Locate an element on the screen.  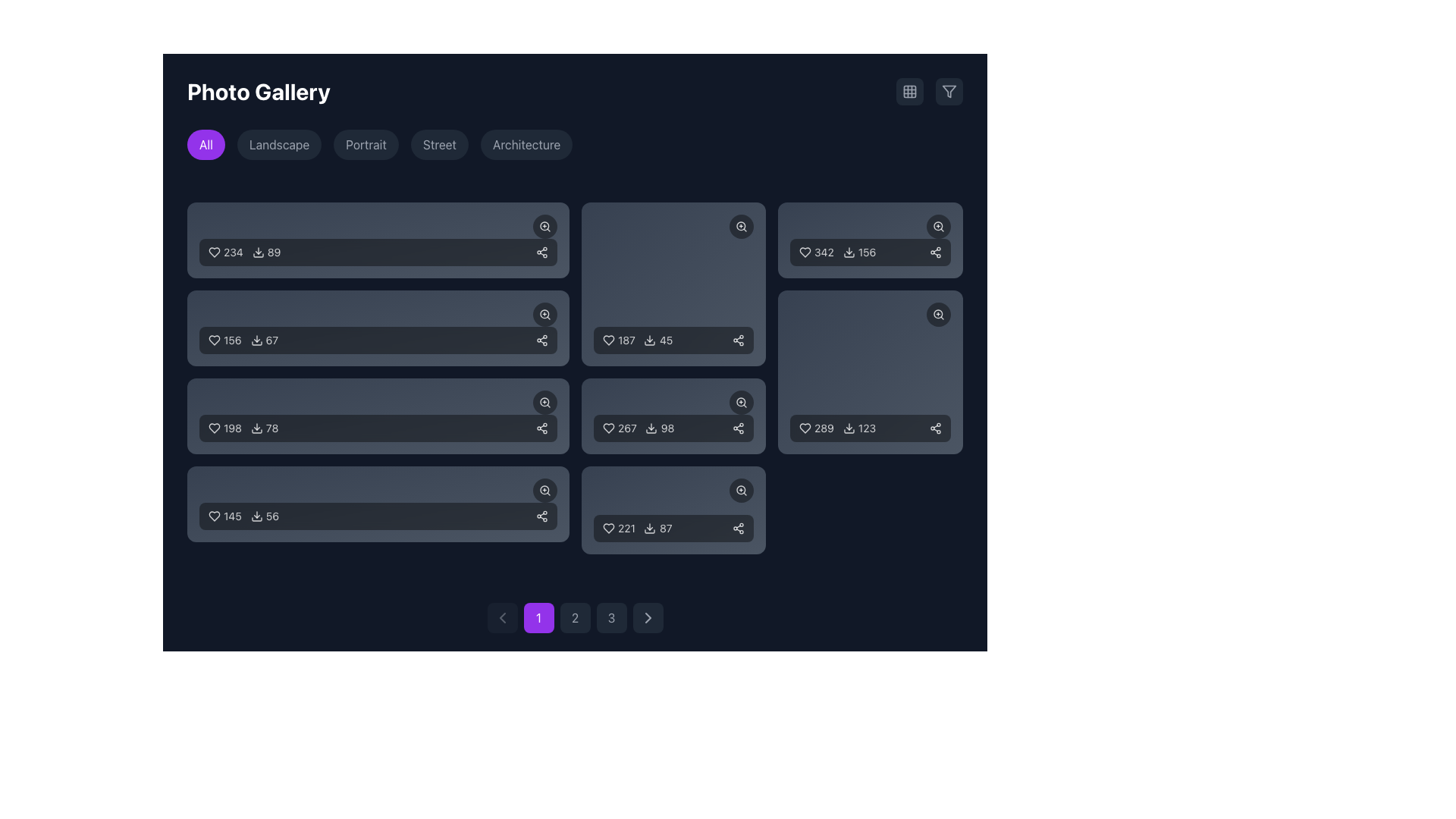
the circular graphic element that is part of the zoom-in icon group located in the bottom-right corner of the card showing '221 likes and 87 downloads.' is located at coordinates (741, 490).